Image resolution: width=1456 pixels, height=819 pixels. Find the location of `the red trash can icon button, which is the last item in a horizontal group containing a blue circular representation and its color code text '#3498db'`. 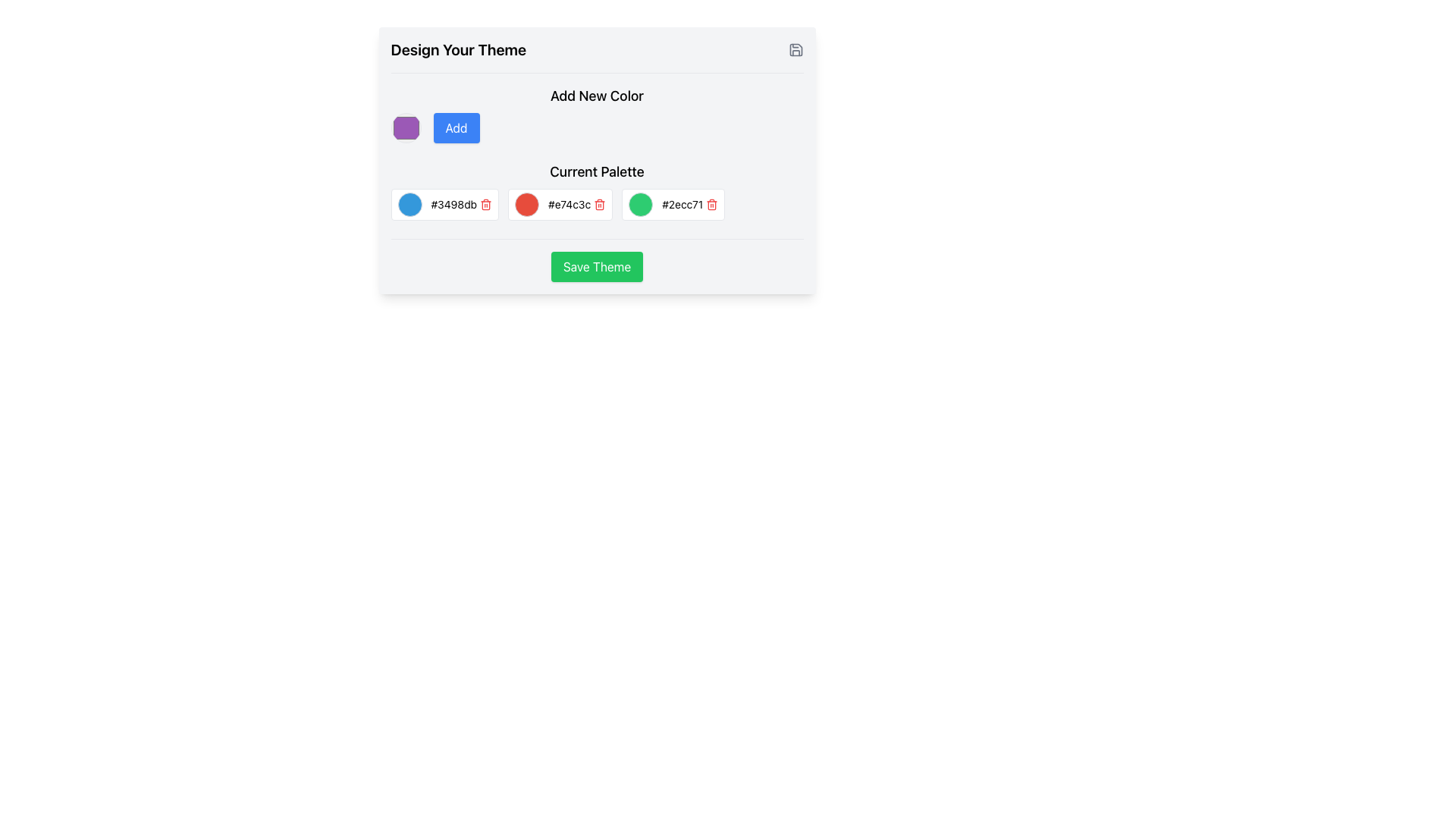

the red trash can icon button, which is the last item in a horizontal group containing a blue circular representation and its color code text '#3498db' is located at coordinates (486, 205).